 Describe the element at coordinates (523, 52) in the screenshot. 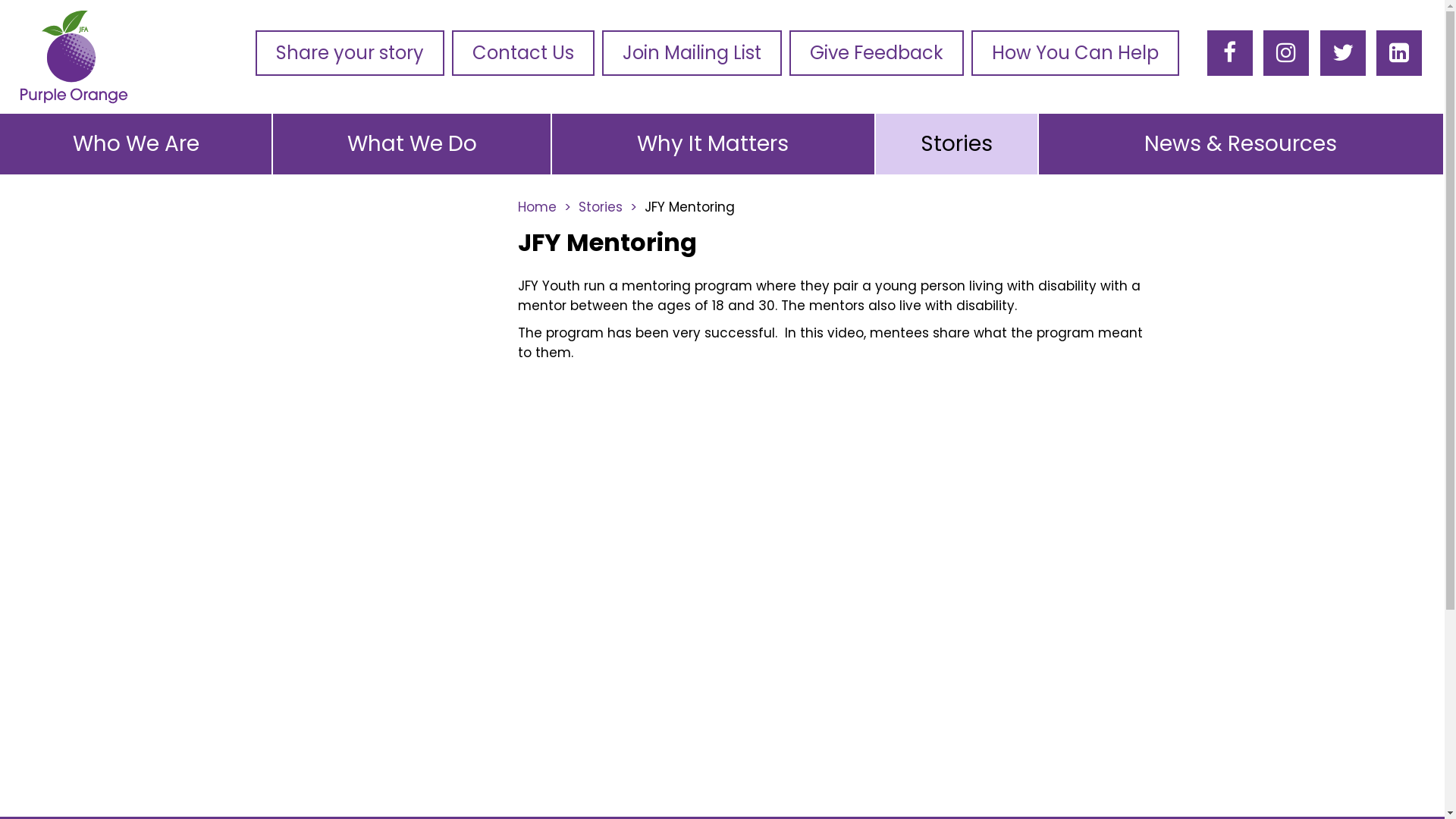

I see `'Contact Us'` at that location.